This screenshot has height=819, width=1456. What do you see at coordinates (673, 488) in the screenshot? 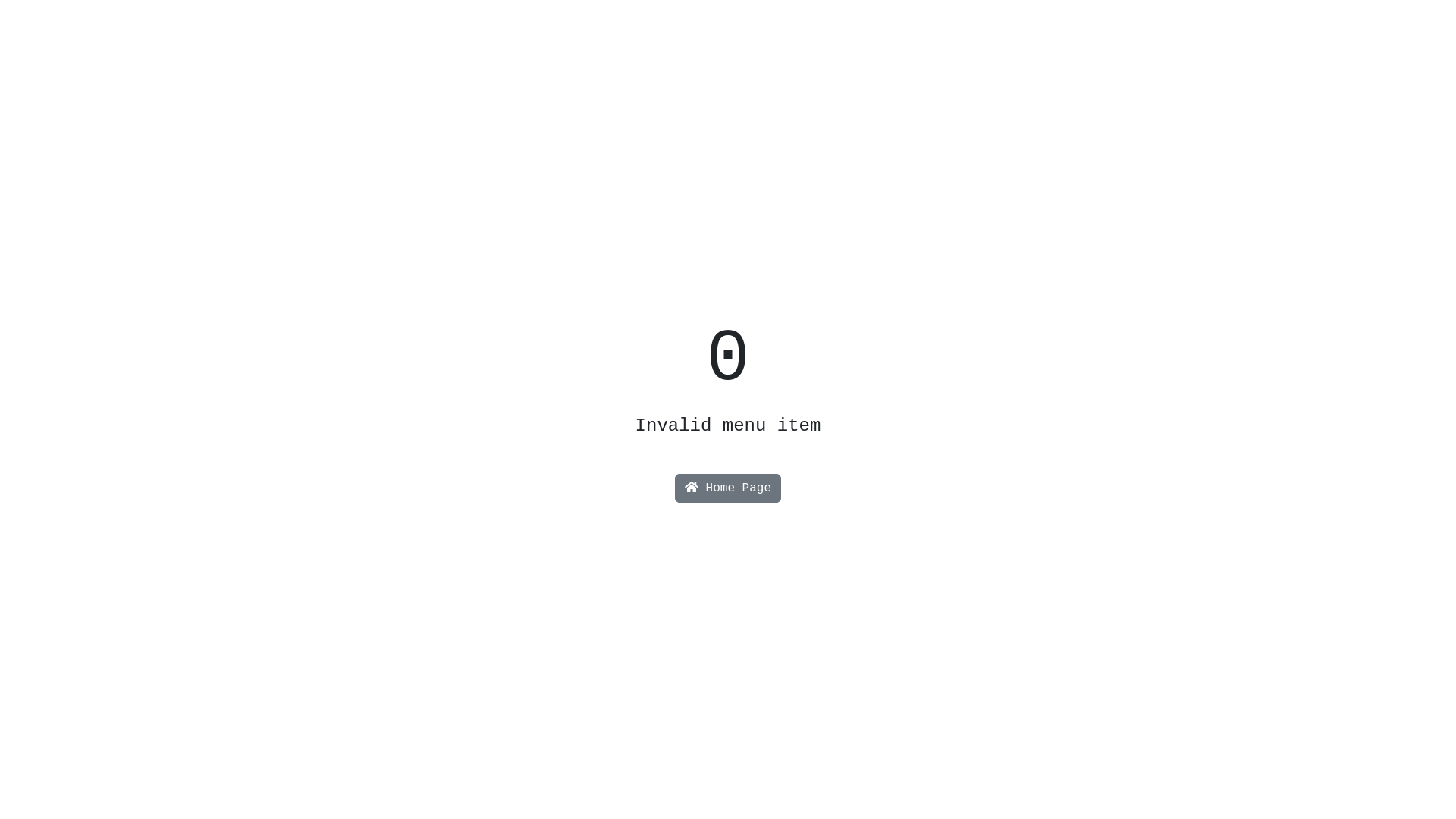
I see `'Home Page'` at bounding box center [673, 488].